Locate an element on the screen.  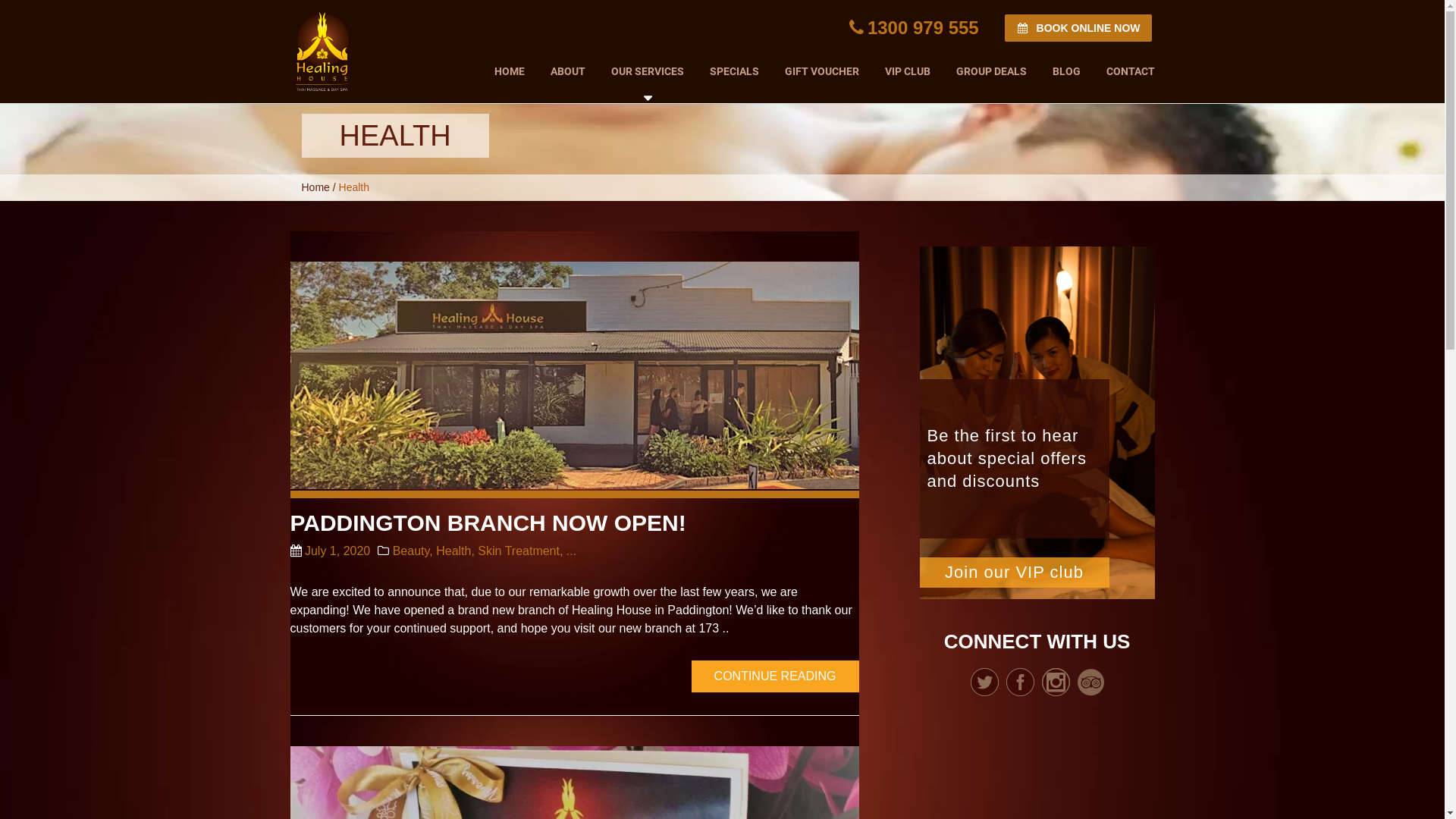
'ABOUT' is located at coordinates (566, 67).